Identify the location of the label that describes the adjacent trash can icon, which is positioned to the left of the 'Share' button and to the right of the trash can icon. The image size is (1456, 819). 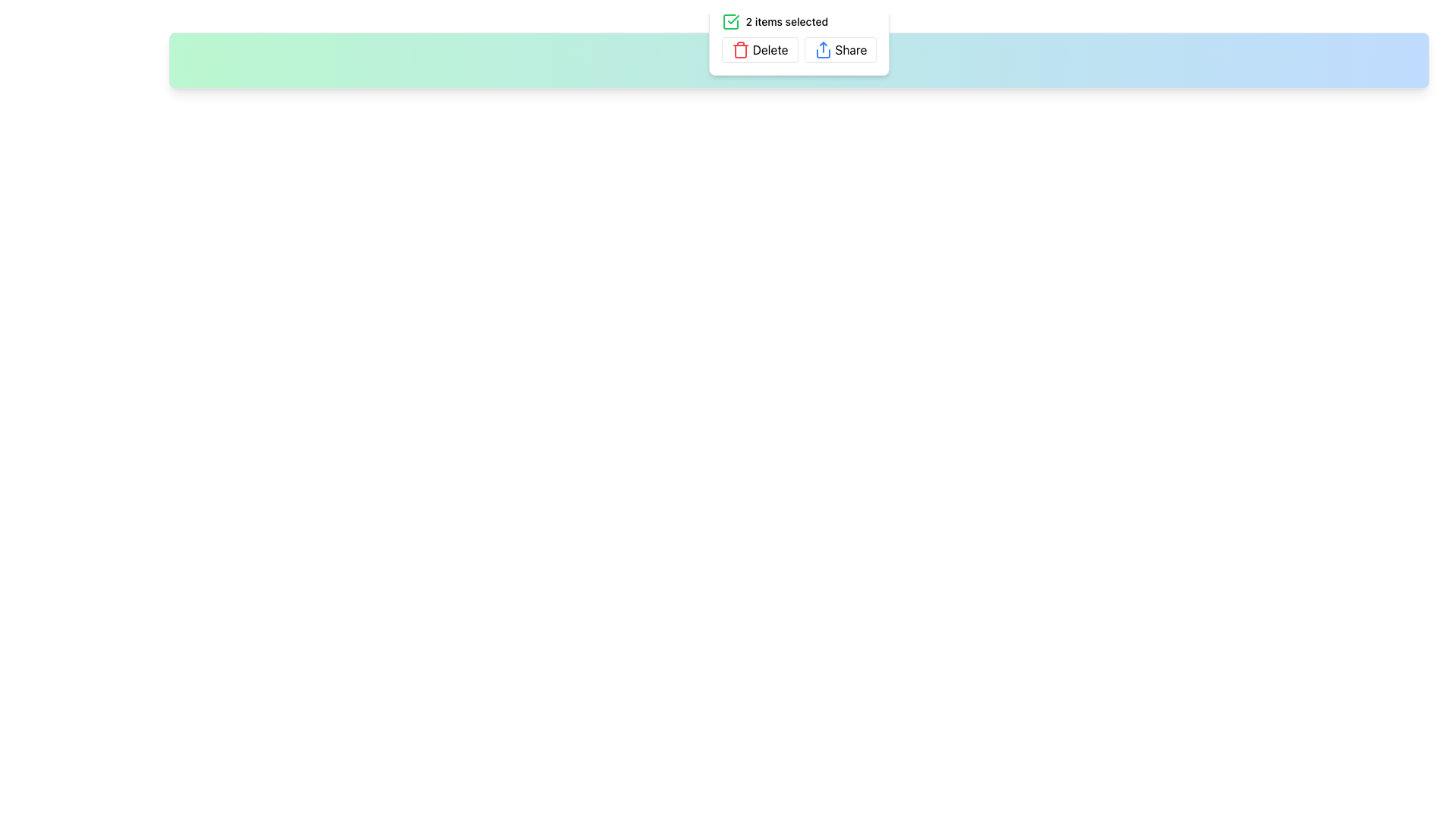
(770, 49).